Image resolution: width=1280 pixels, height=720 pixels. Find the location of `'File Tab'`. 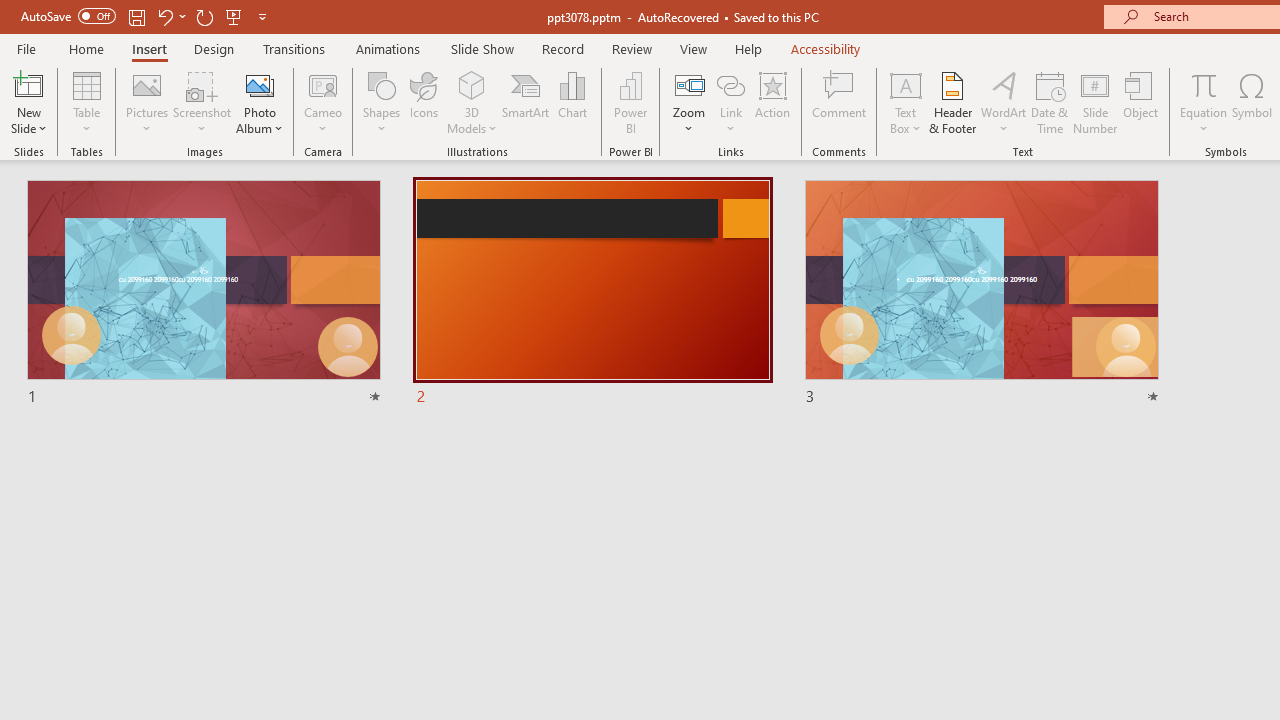

'File Tab' is located at coordinates (26, 47).